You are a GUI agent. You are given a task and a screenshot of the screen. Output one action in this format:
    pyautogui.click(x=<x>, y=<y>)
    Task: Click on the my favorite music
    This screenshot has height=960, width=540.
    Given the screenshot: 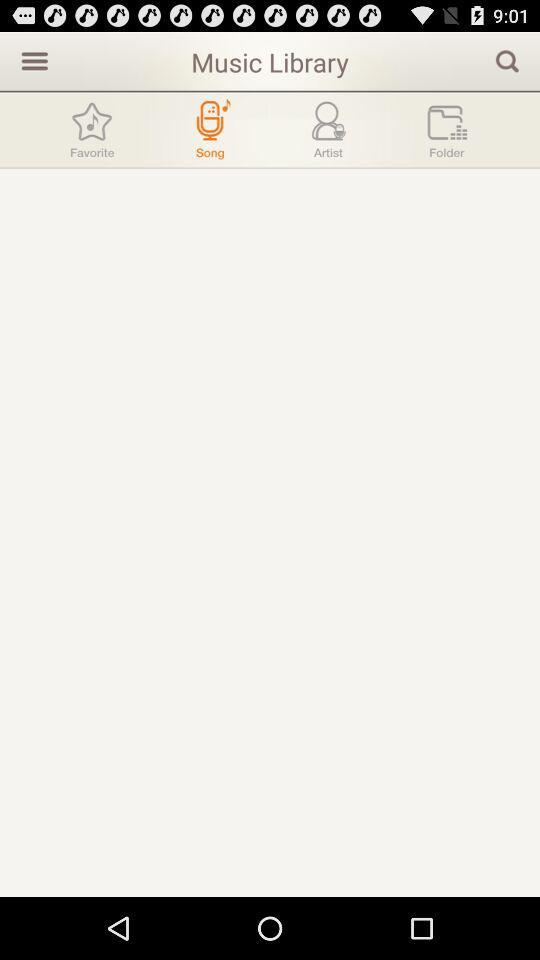 What is the action you would take?
    pyautogui.click(x=91, y=128)
    